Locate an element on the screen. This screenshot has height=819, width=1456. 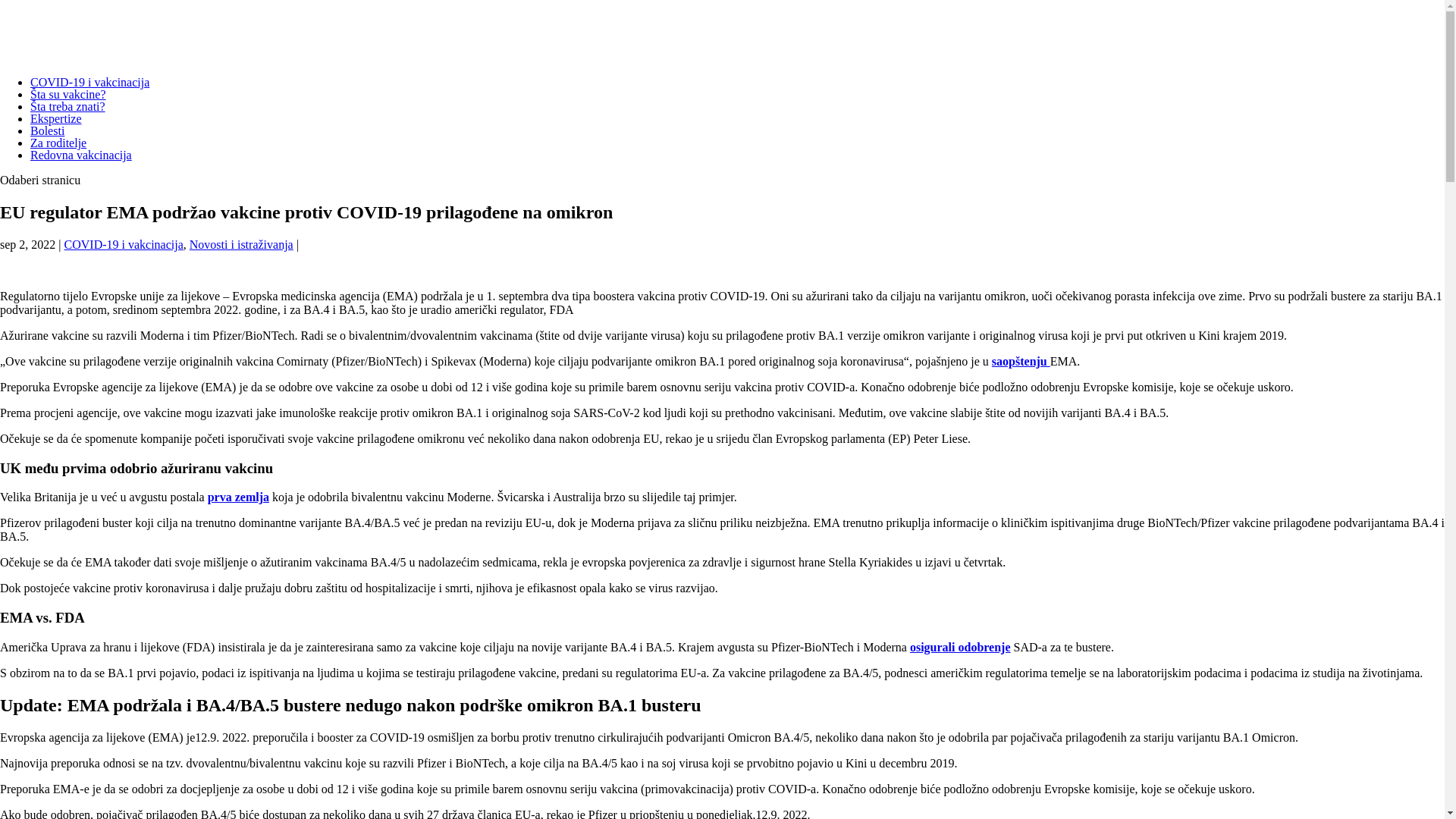
'Ekspertize' is located at coordinates (55, 118).